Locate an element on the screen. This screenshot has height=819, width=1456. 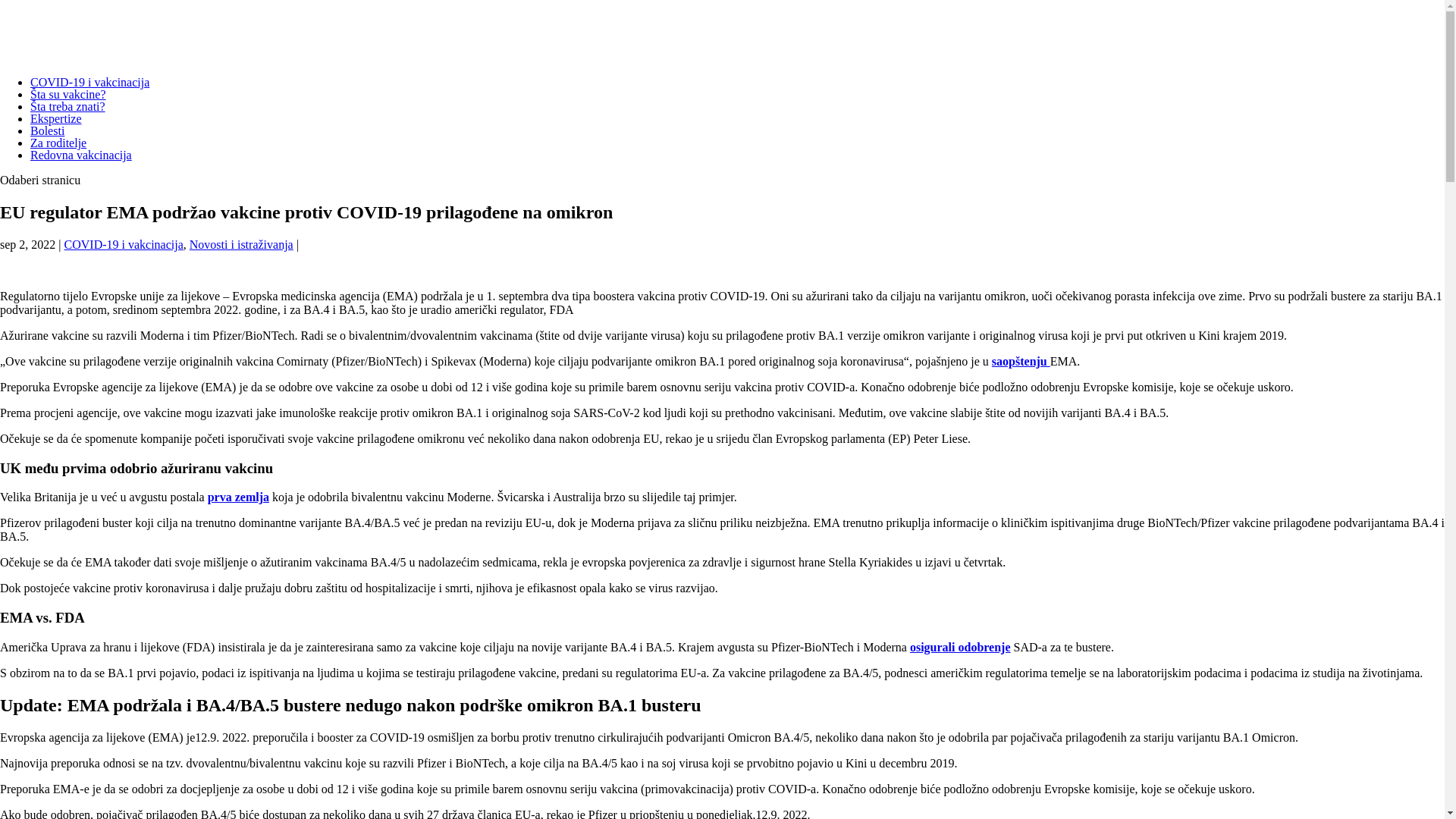
'Ekspertize' is located at coordinates (55, 118).